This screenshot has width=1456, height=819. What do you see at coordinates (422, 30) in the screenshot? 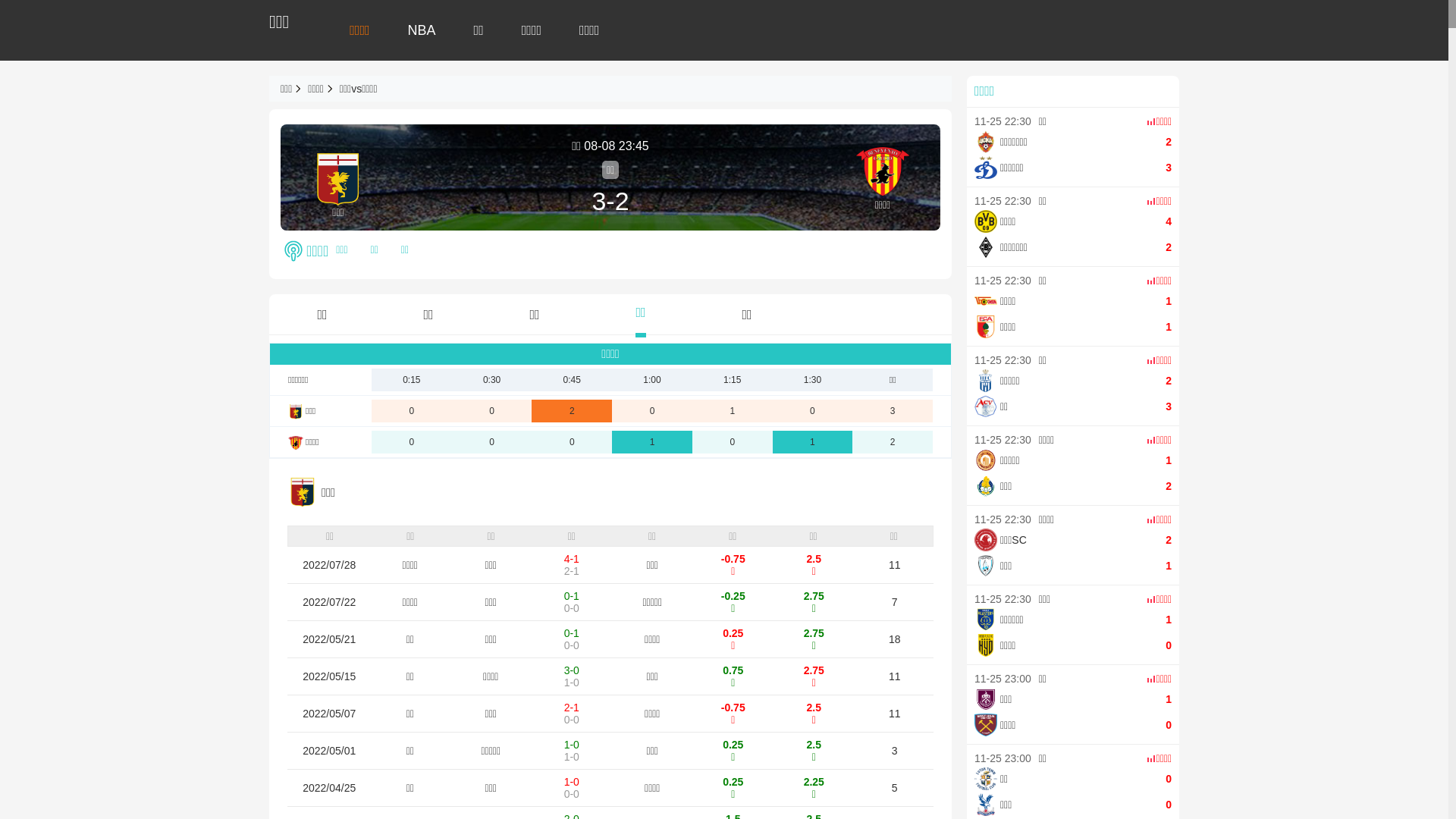
I see `'NBA'` at bounding box center [422, 30].